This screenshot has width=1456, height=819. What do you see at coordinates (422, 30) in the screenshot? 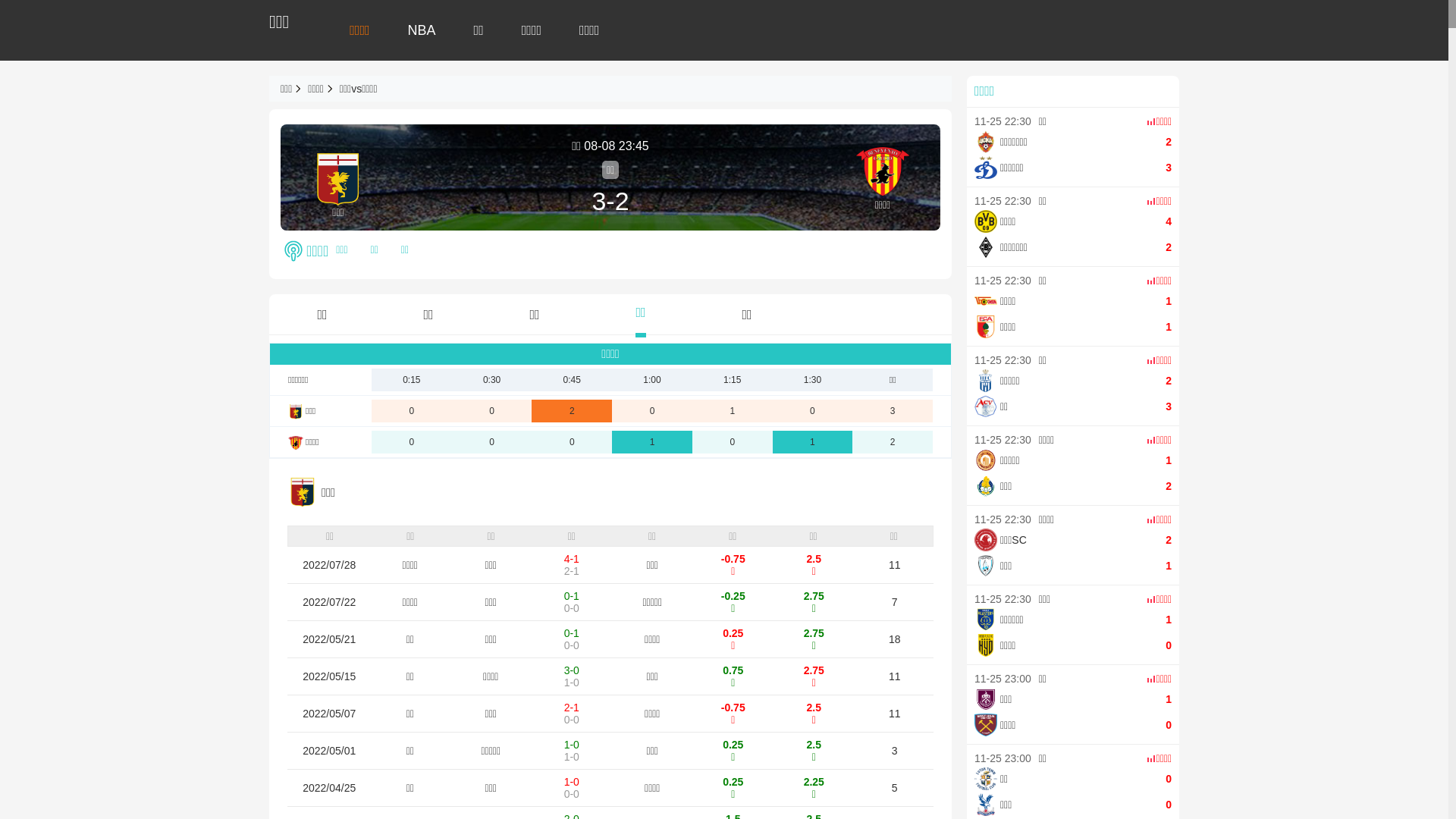
I see `'NBA'` at bounding box center [422, 30].